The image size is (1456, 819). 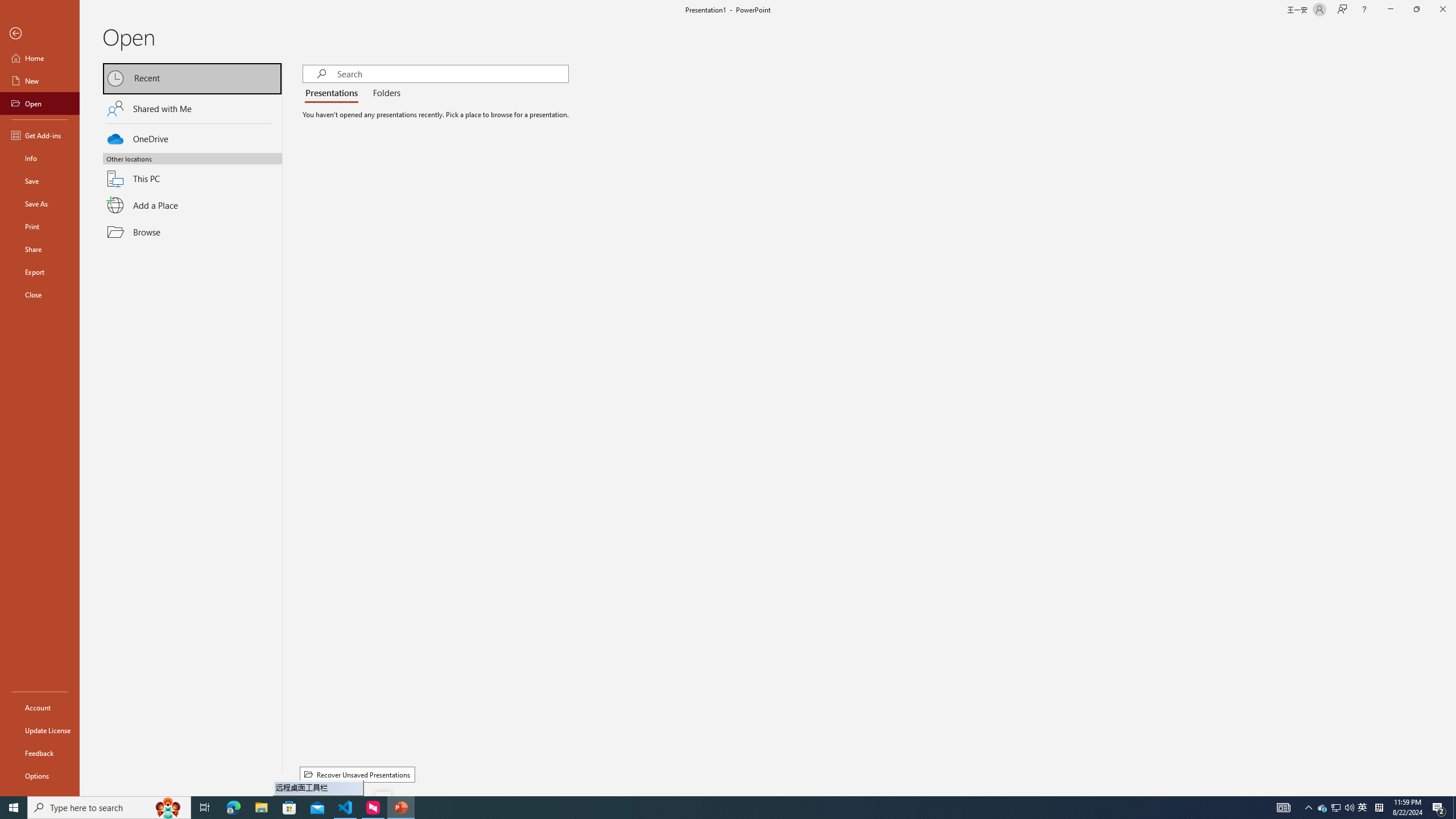 What do you see at coordinates (39, 775) in the screenshot?
I see `'Options'` at bounding box center [39, 775].